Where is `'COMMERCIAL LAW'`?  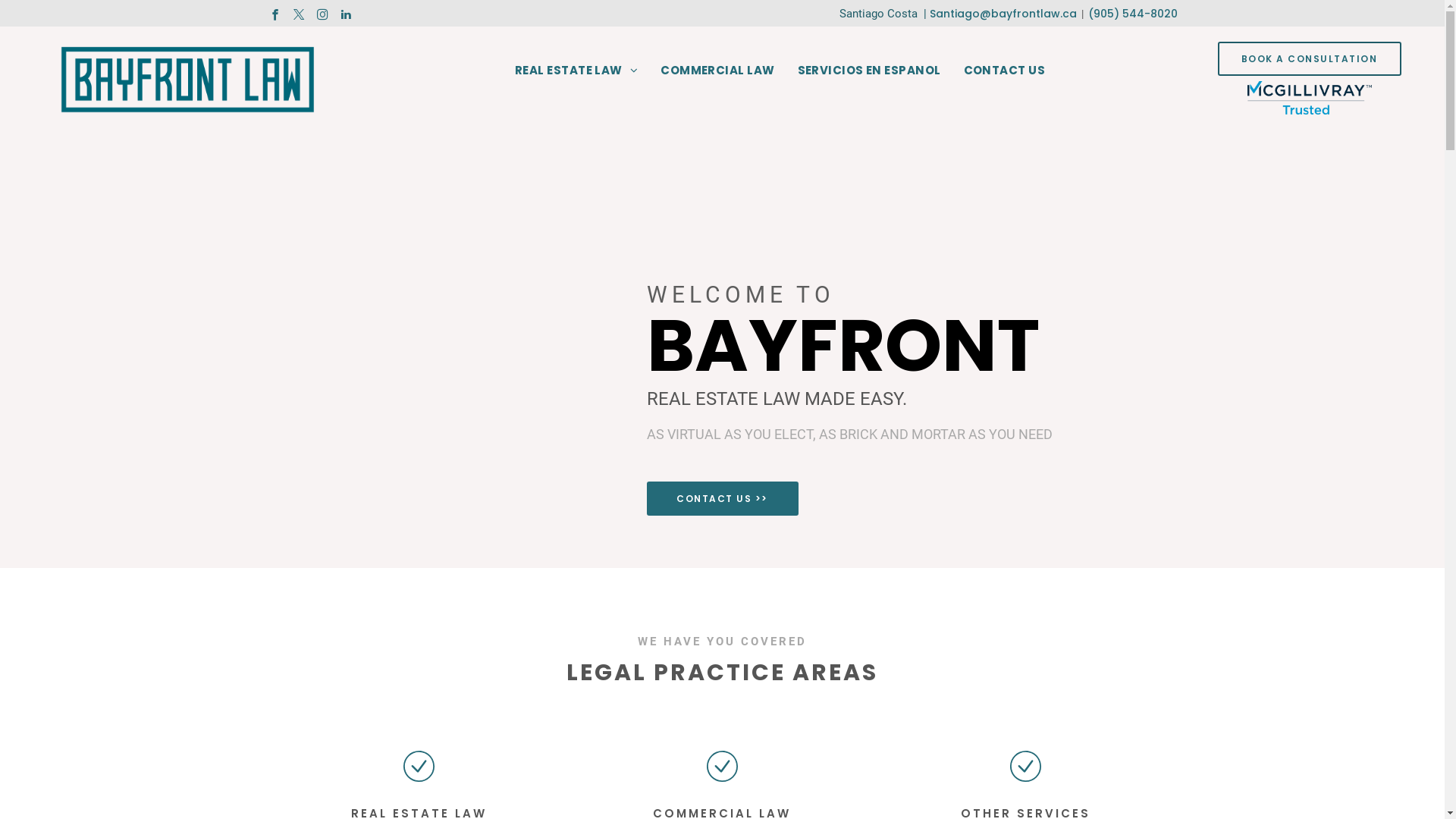
'COMMERCIAL LAW' is located at coordinates (716, 70).